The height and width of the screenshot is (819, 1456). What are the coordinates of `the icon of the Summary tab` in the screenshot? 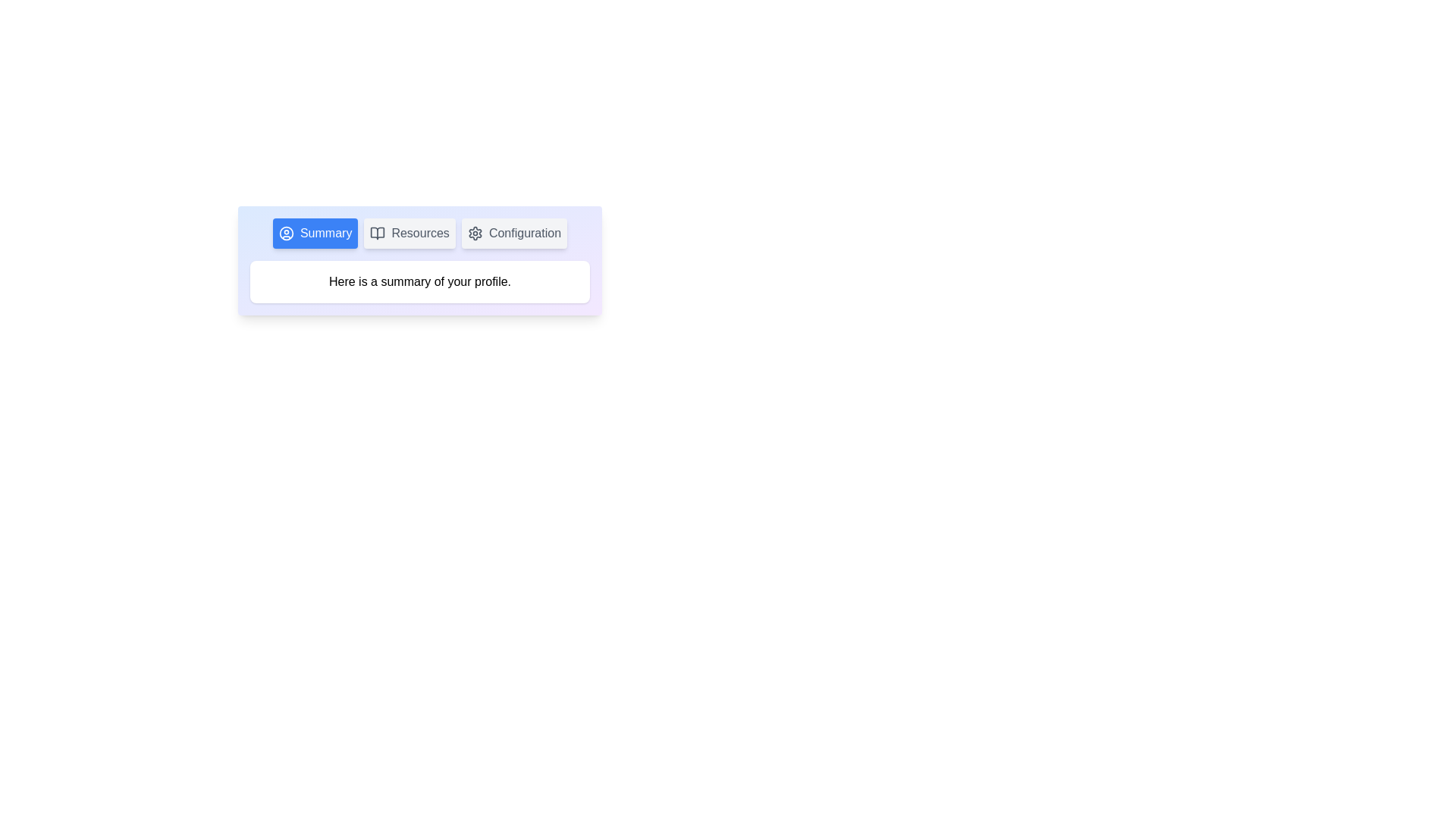 It's located at (286, 234).